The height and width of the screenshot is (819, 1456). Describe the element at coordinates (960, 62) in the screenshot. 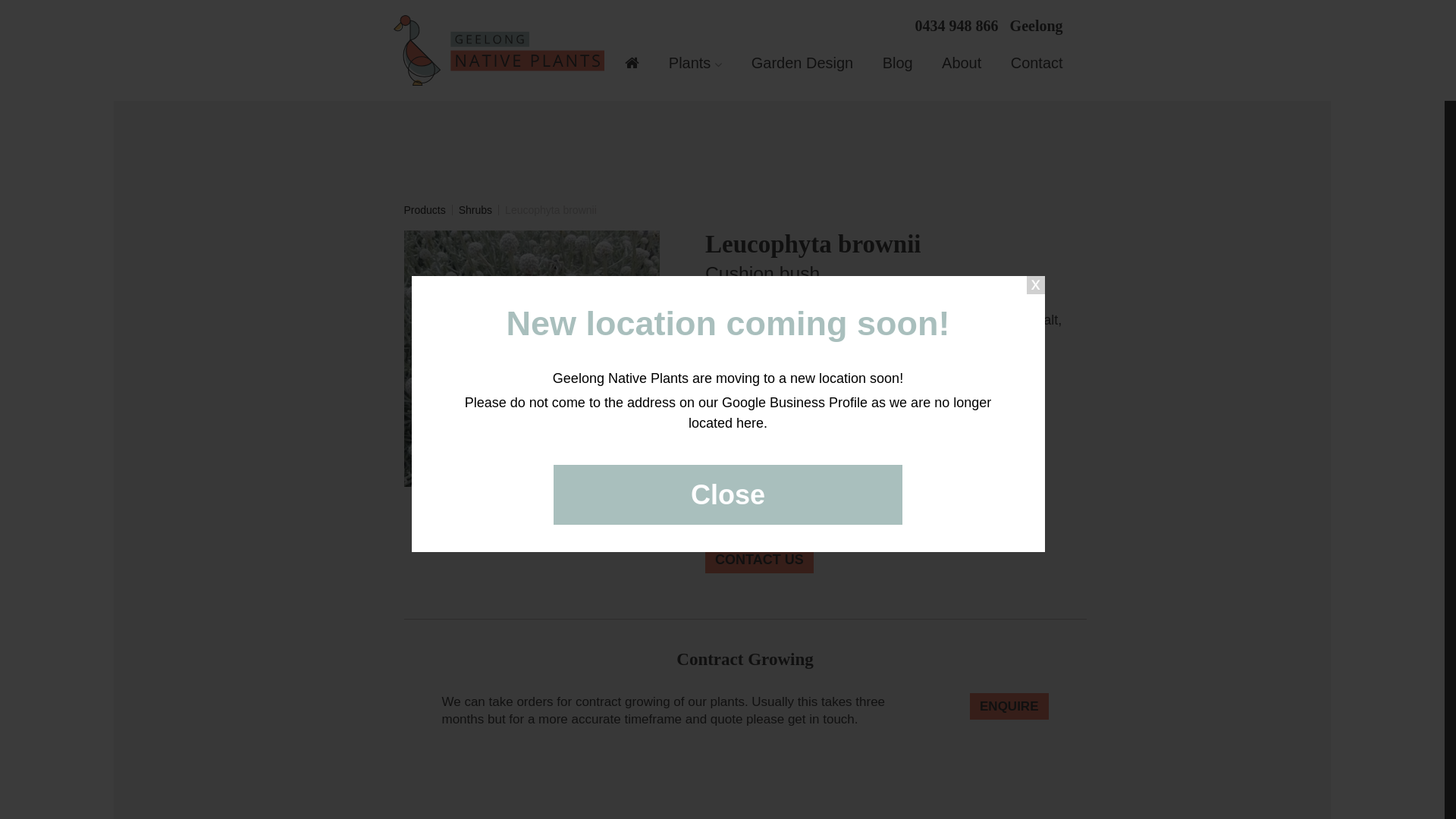

I see `'About'` at that location.